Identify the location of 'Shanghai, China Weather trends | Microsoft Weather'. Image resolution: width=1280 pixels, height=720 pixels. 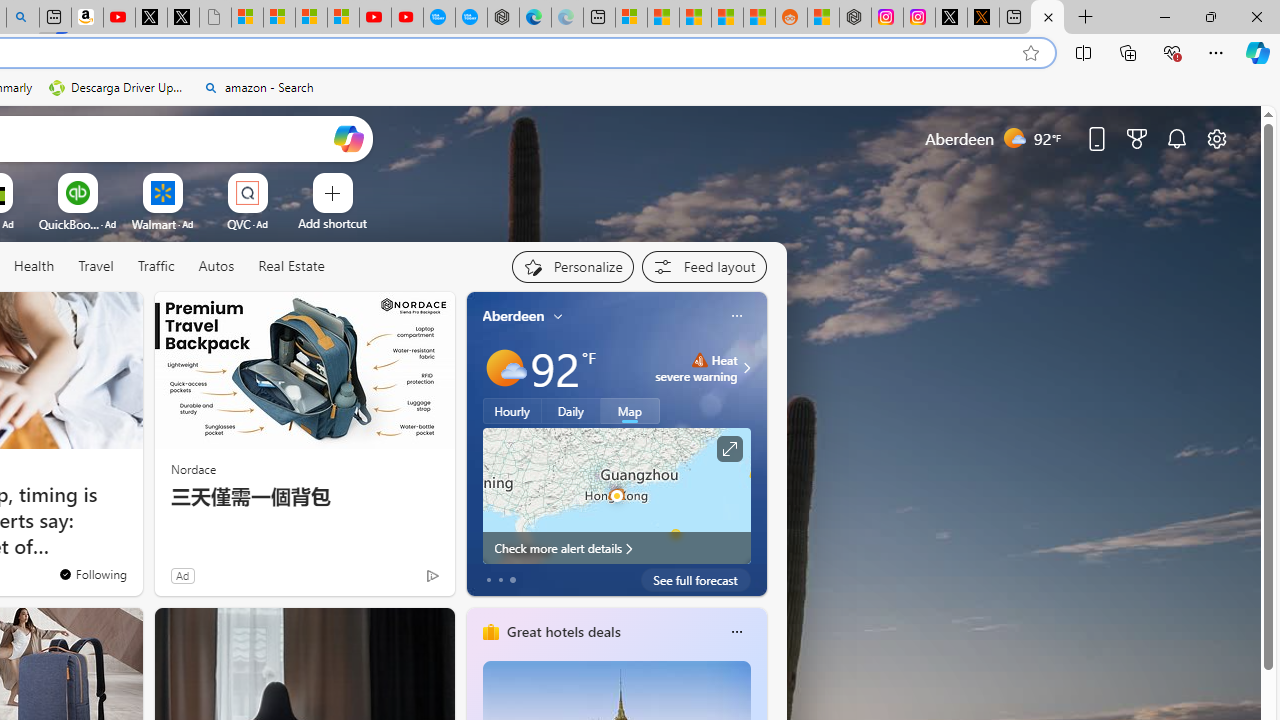
(758, 17).